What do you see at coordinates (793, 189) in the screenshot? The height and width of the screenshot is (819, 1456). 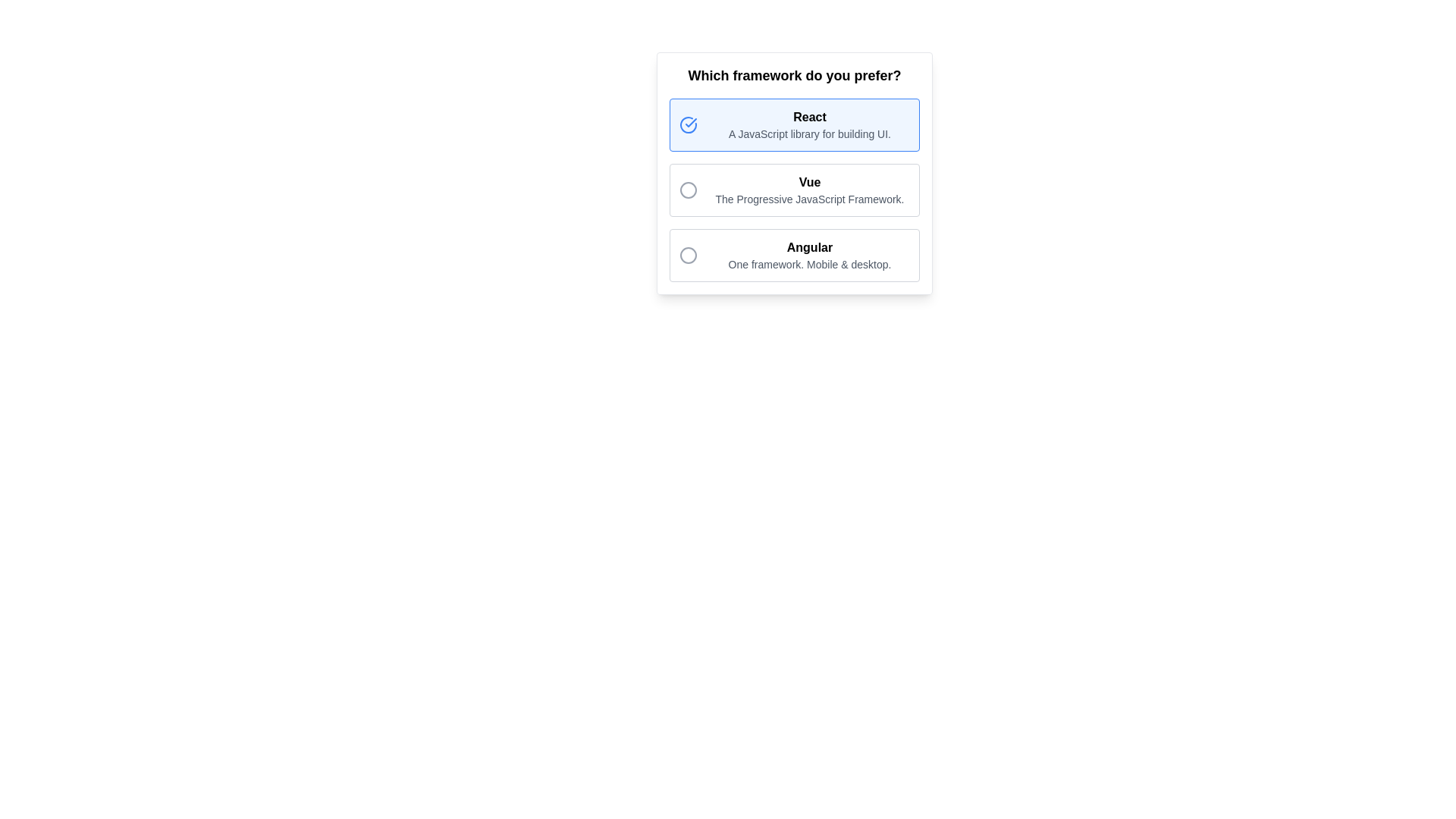 I see `the radio button for the 'Vue' framework option, which is the second choice in the vertical list of three options` at bounding box center [793, 189].